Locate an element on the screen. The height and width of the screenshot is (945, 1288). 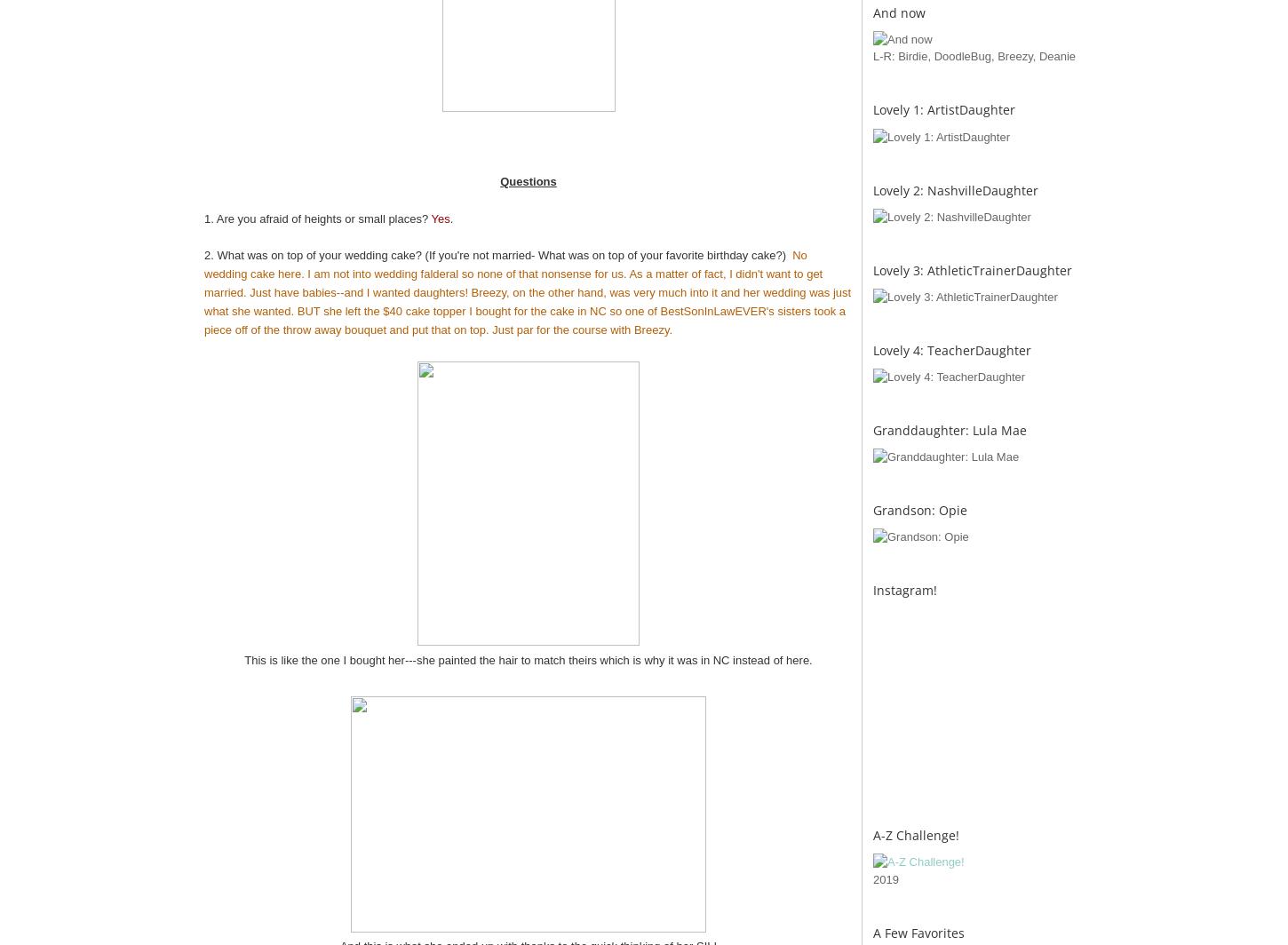
'Lovely 4: TeacherDaughter' is located at coordinates (951, 349).